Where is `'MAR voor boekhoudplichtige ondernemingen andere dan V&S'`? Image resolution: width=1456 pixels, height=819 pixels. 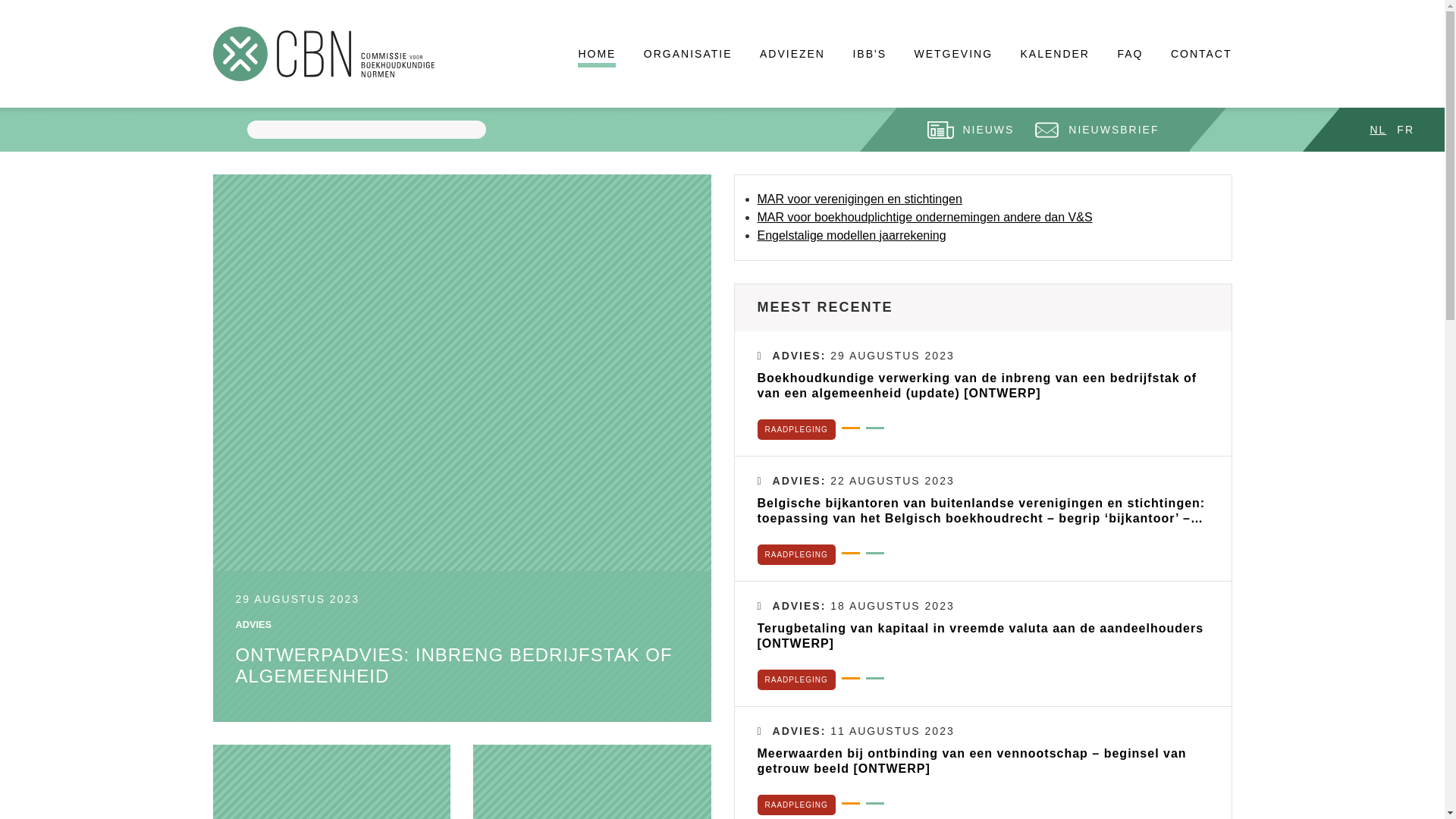
'MAR voor boekhoudplichtige ondernemingen andere dan V&S' is located at coordinates (924, 217).